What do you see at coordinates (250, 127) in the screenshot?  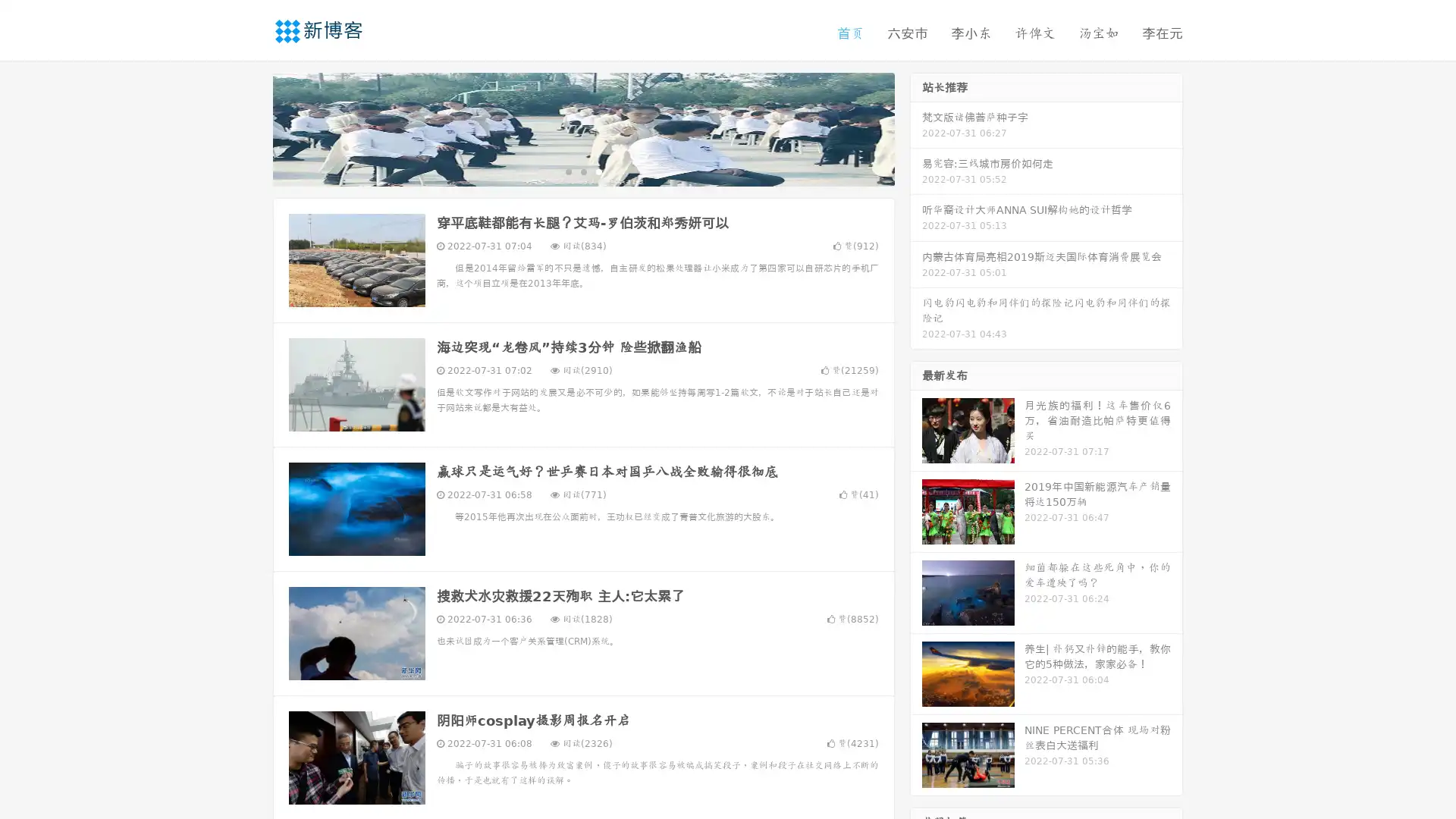 I see `Previous slide` at bounding box center [250, 127].